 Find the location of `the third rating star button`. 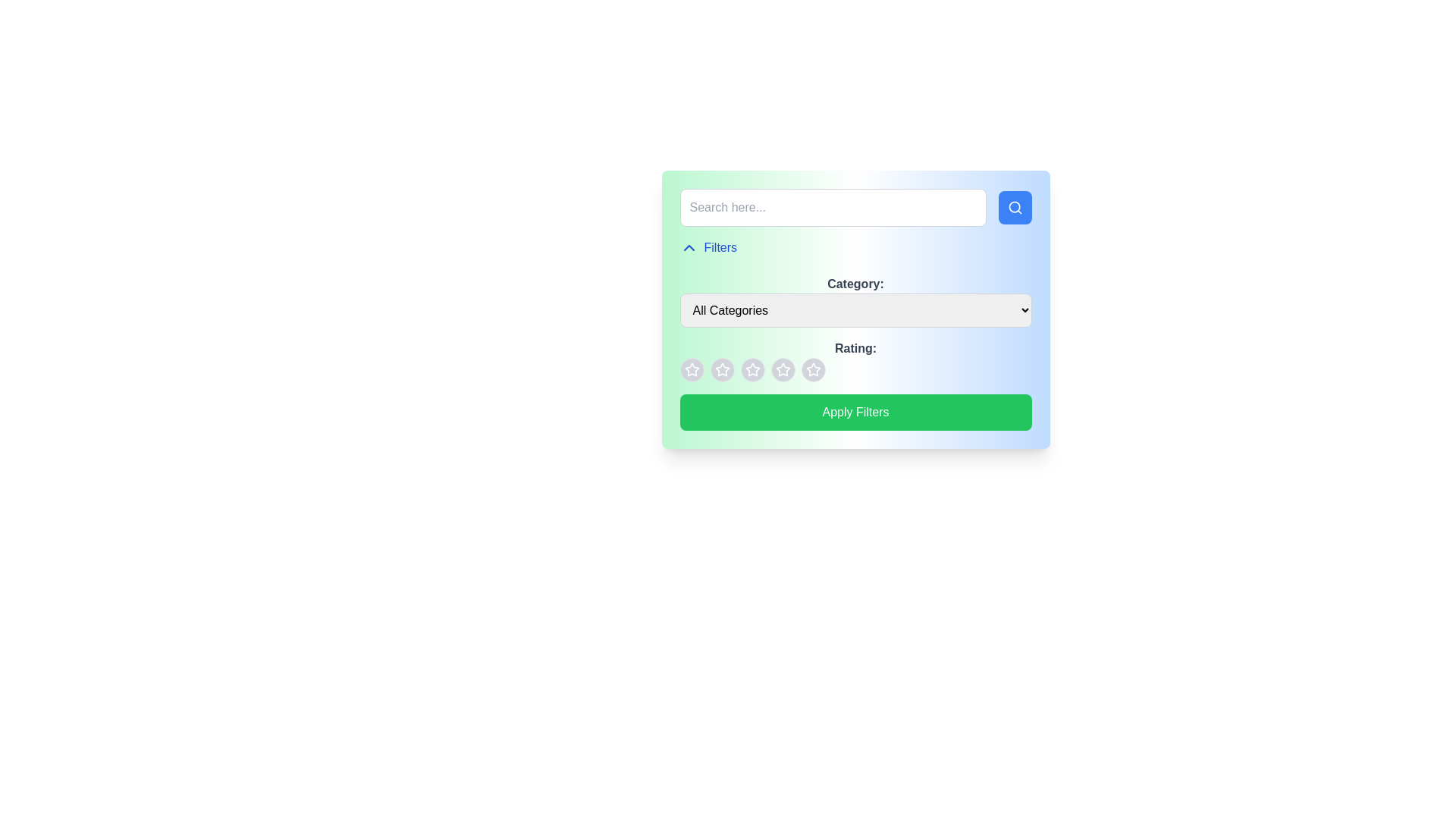

the third rating star button is located at coordinates (752, 370).